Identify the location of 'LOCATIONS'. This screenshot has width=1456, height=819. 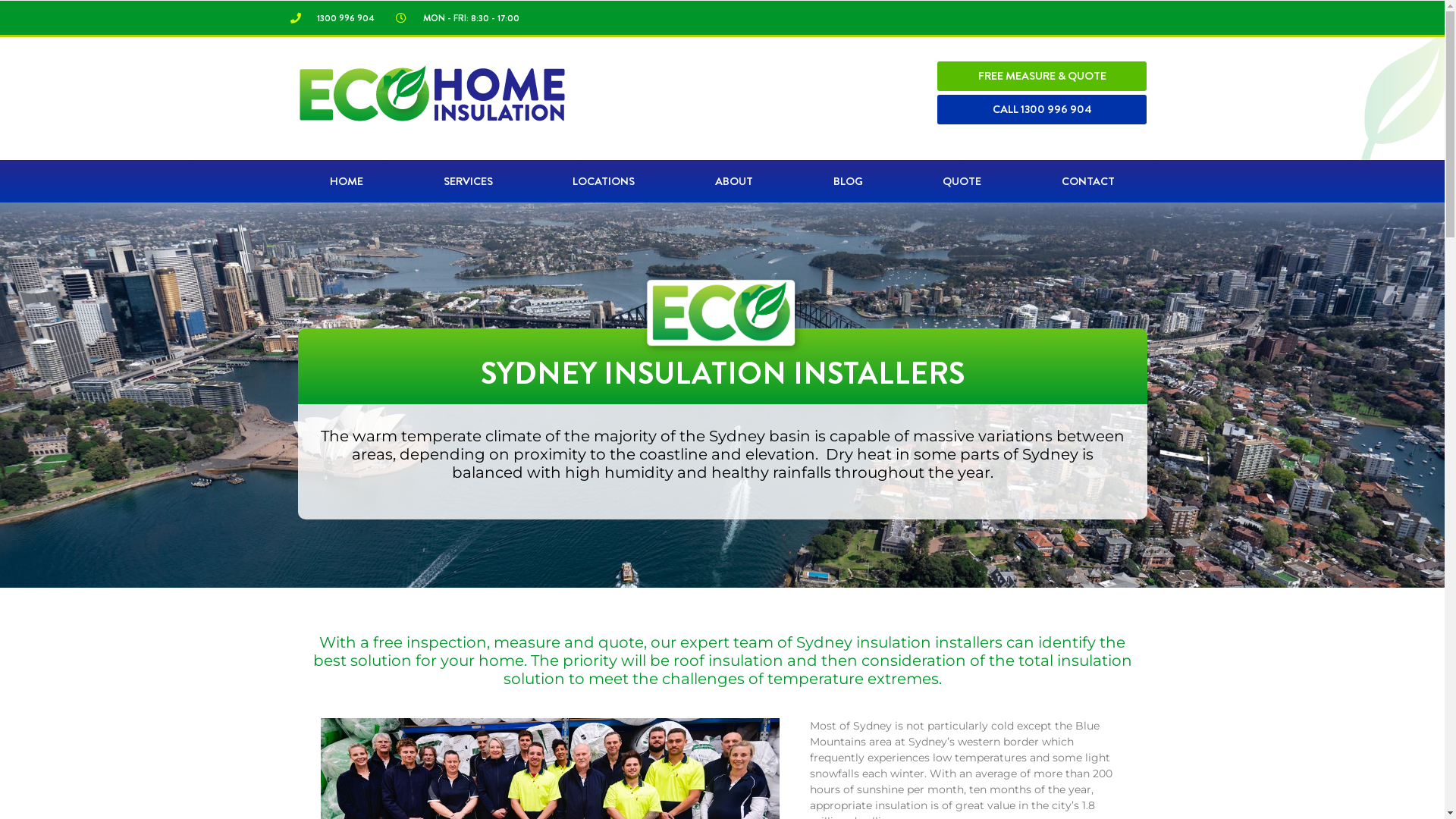
(532, 180).